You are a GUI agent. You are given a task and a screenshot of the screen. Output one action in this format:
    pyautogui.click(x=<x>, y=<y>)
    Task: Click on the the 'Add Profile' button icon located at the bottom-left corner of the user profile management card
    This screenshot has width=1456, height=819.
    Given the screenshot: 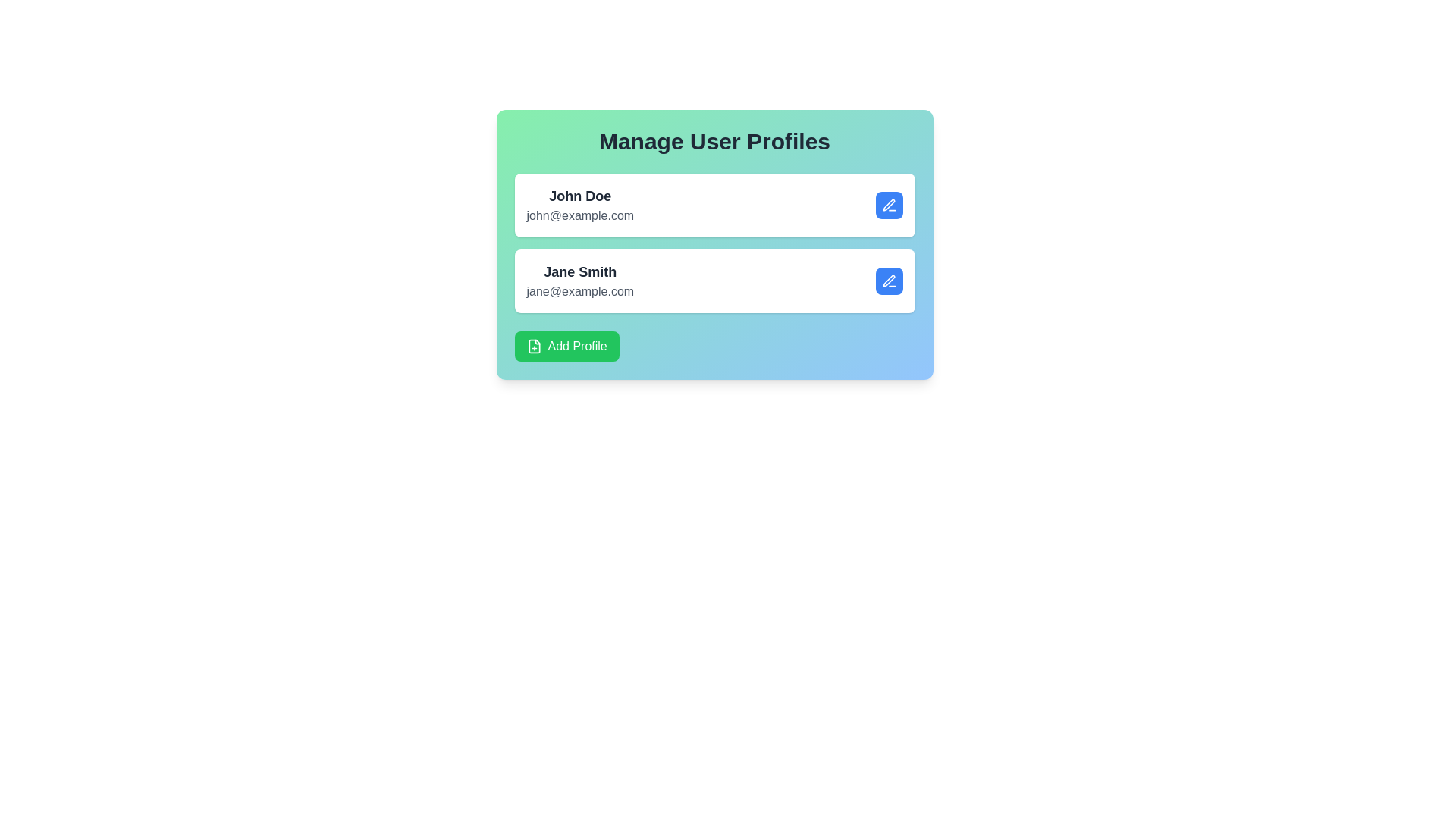 What is the action you would take?
    pyautogui.click(x=534, y=346)
    